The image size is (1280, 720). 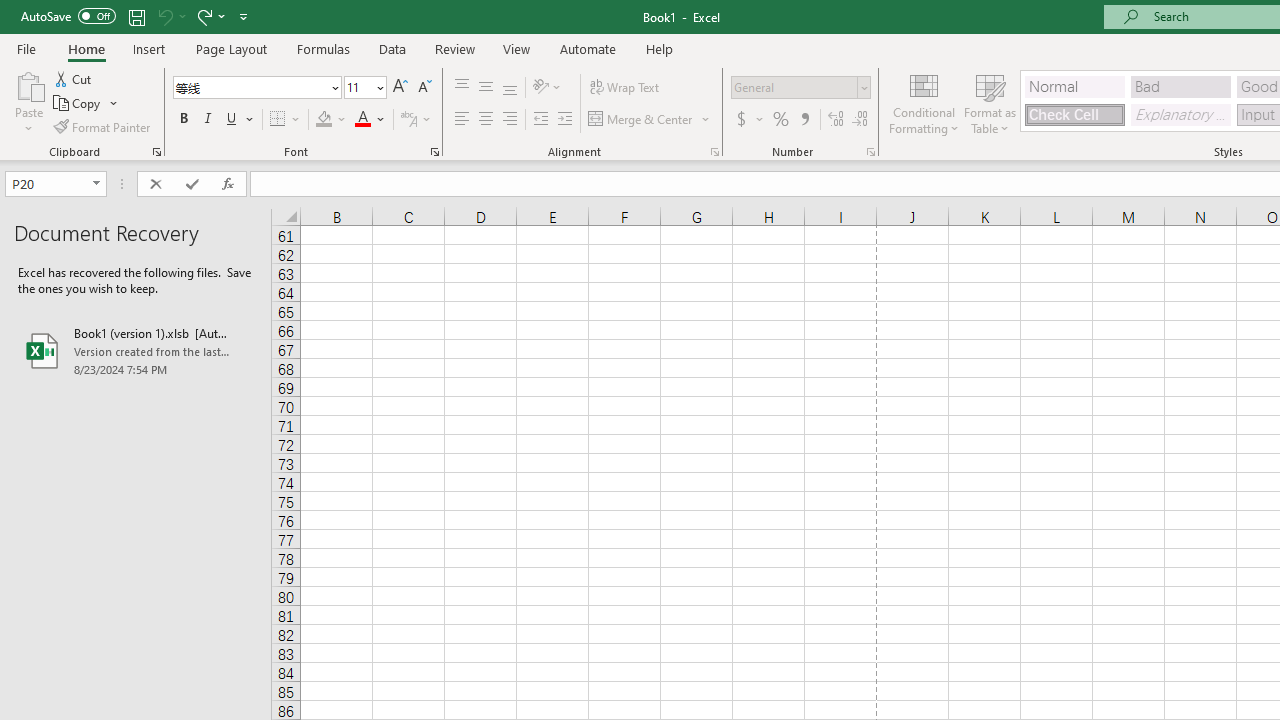 I want to click on 'Show Phonetic Field', so click(x=407, y=119).